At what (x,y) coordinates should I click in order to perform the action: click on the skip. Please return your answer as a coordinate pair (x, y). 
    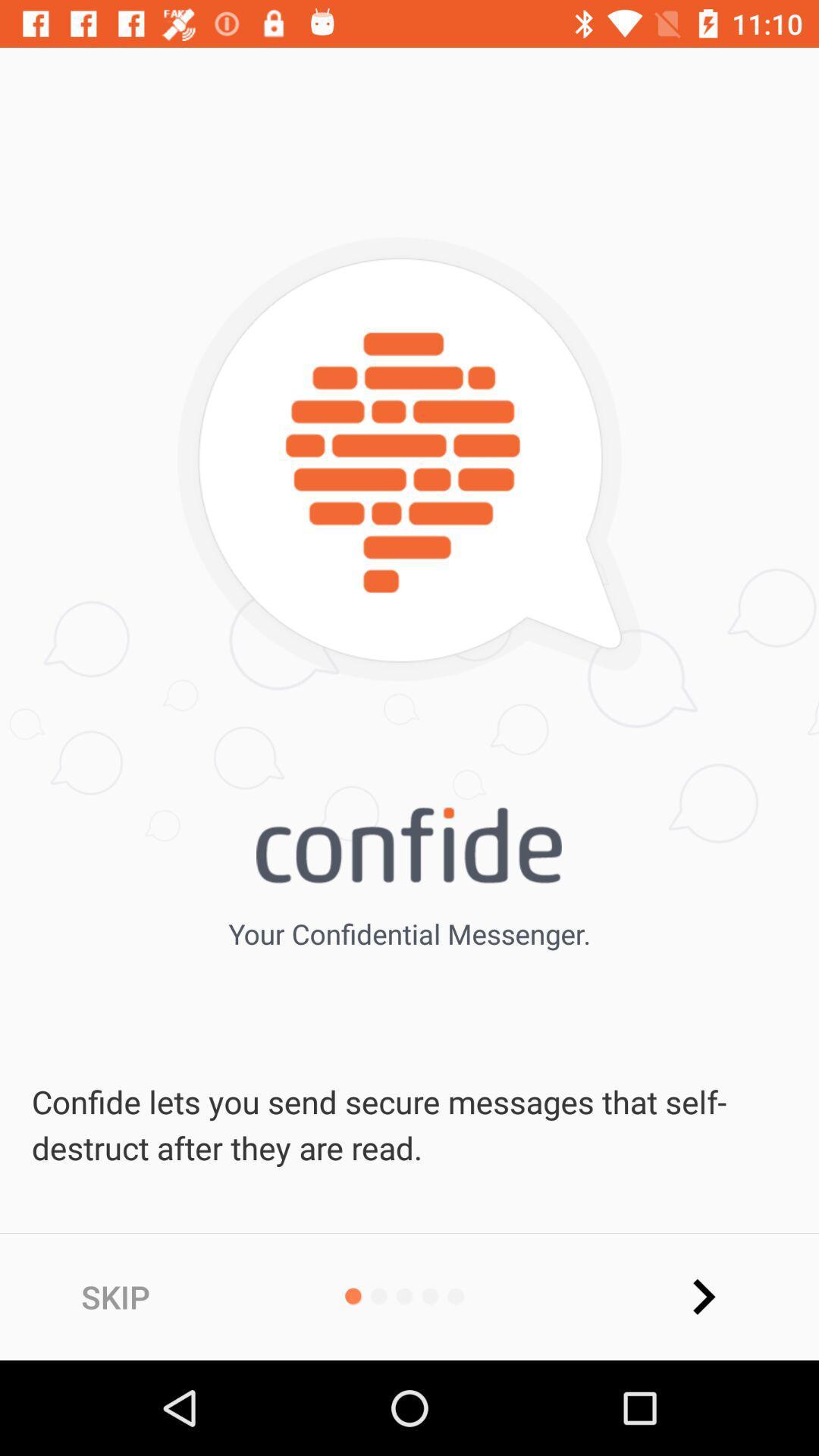
    Looking at the image, I should click on (115, 1296).